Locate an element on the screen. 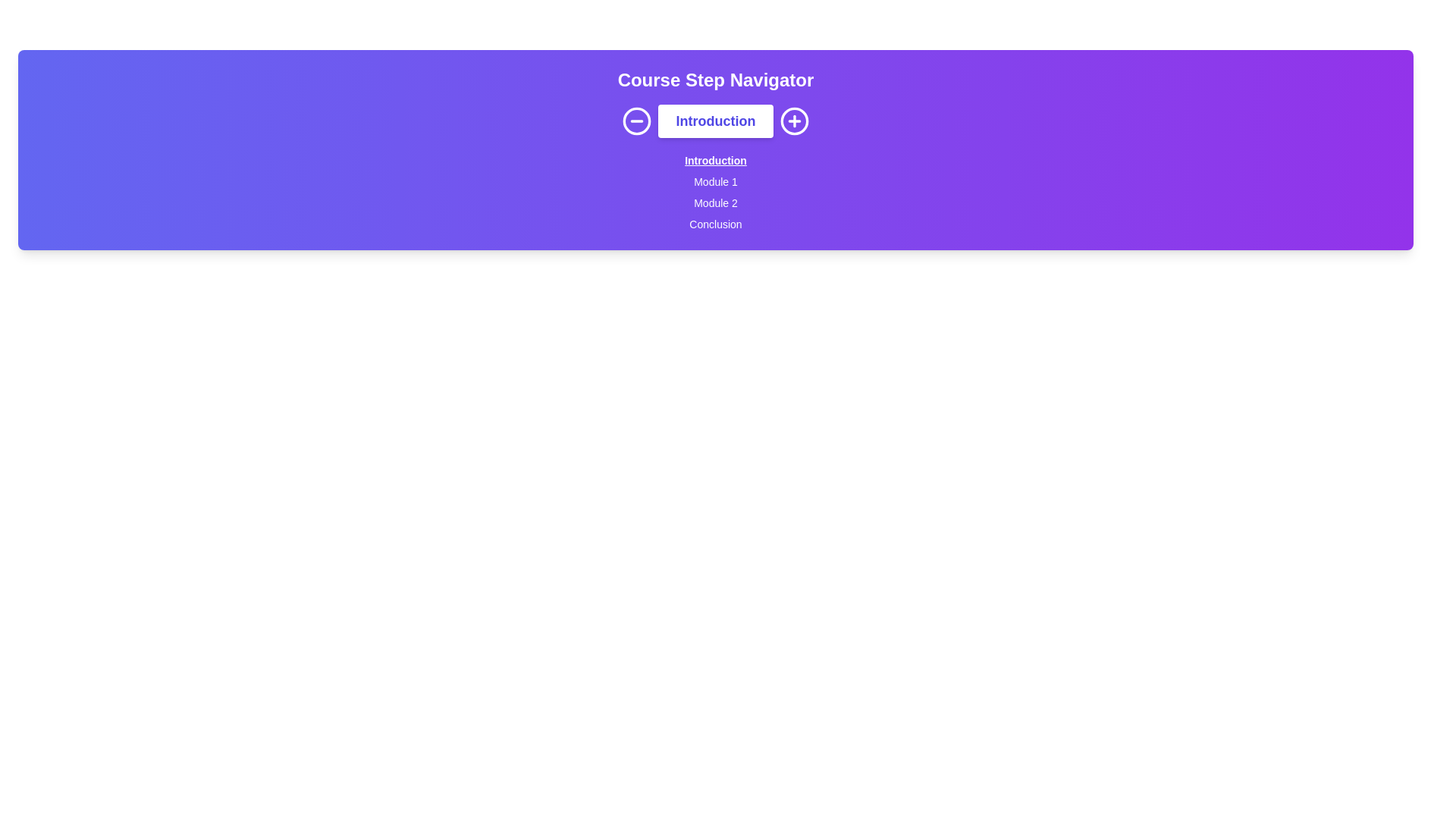  the circular purple button with a white minus symbol located in the top navigation bar to invoke its action is located at coordinates (636, 120).